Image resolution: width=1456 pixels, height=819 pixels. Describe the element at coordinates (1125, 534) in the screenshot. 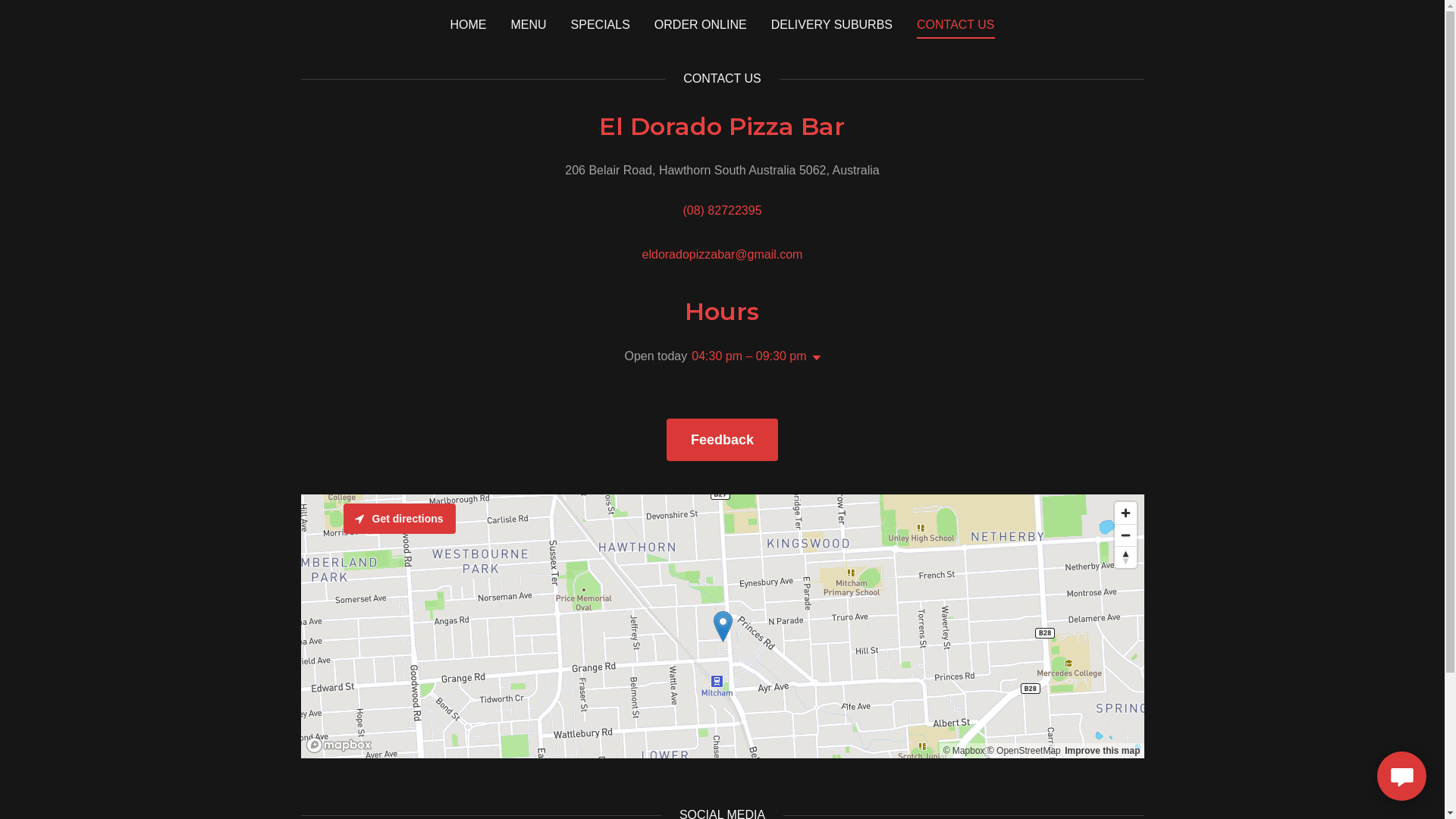

I see `'Zoom out'` at that location.